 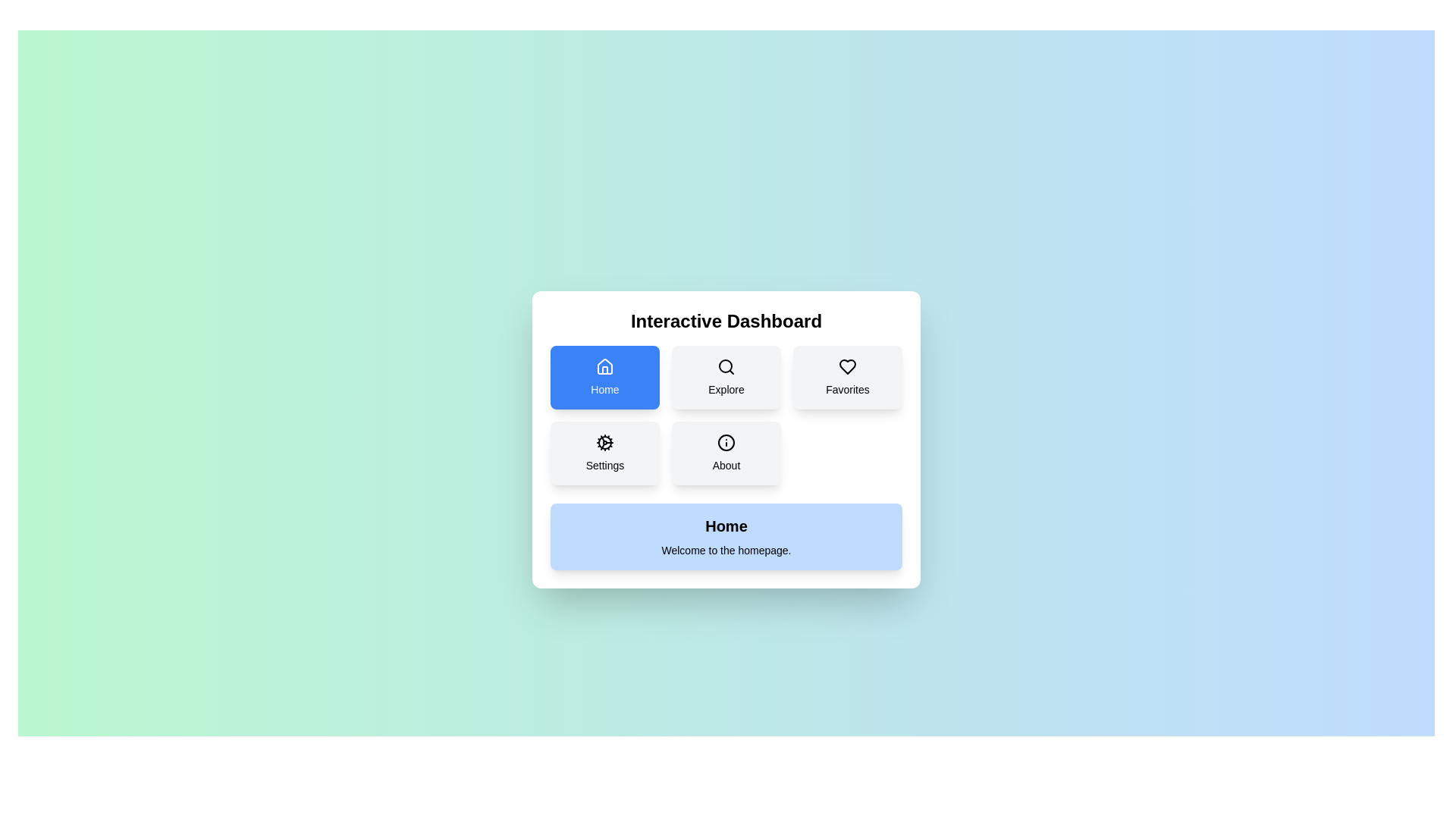 I want to click on the button corresponding to the section About, so click(x=726, y=452).